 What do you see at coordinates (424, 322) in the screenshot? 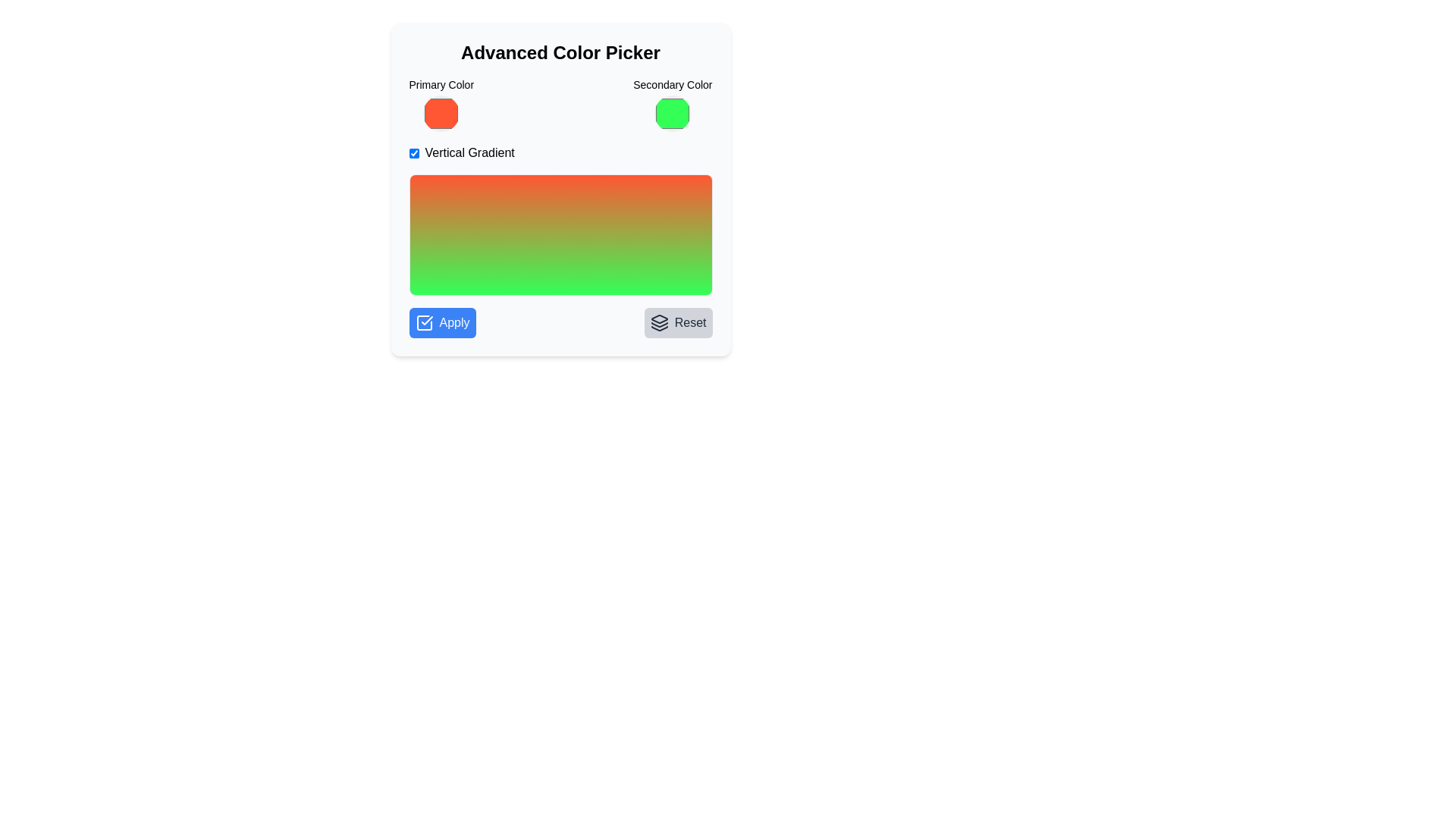
I see `the 'Apply' button's icon located within the modal window, positioned to the left of the 'Reset' button` at bounding box center [424, 322].